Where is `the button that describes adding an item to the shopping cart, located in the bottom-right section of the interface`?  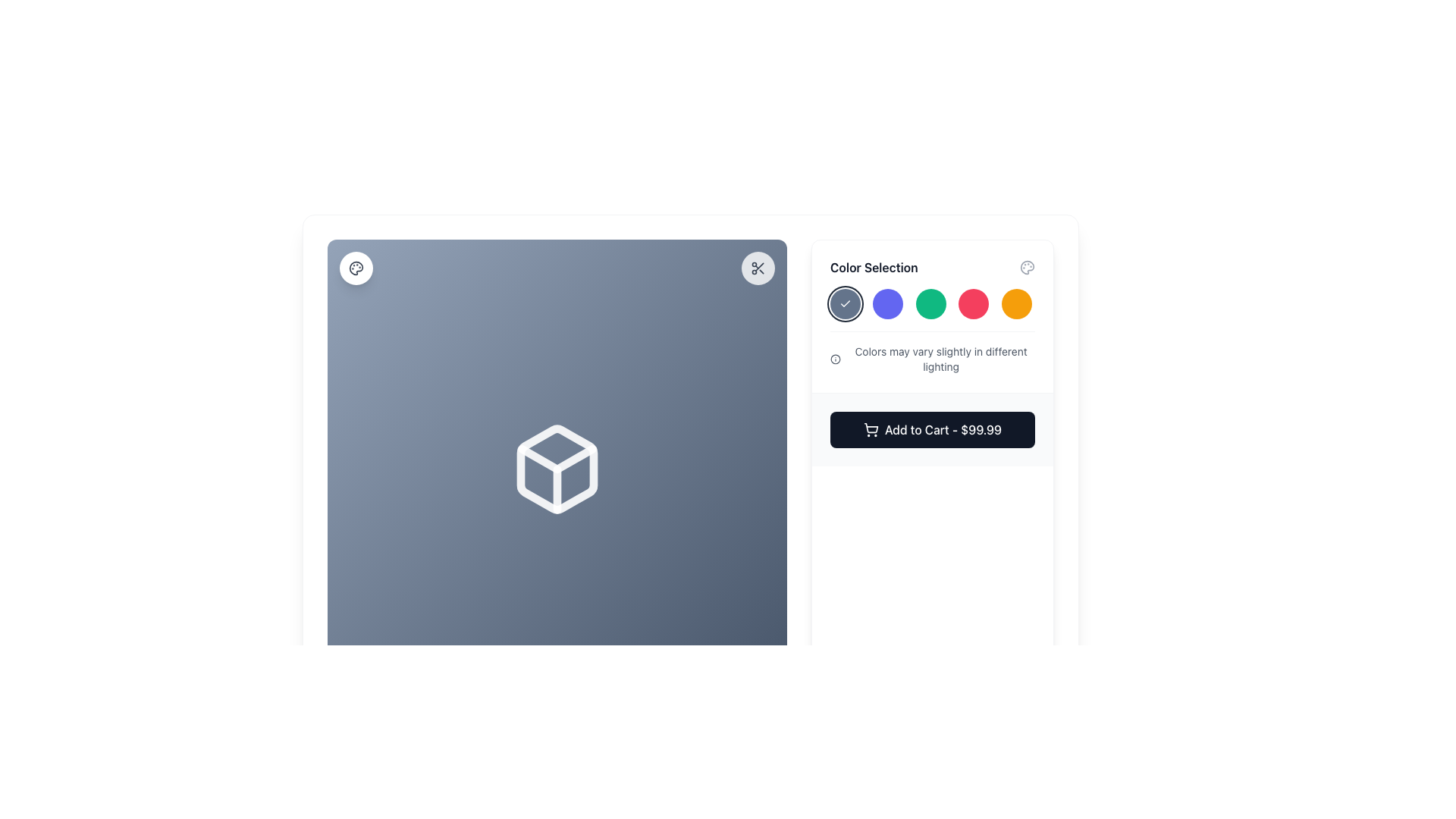
the button that describes adding an item to the shopping cart, located in the bottom-right section of the interface is located at coordinates (942, 430).